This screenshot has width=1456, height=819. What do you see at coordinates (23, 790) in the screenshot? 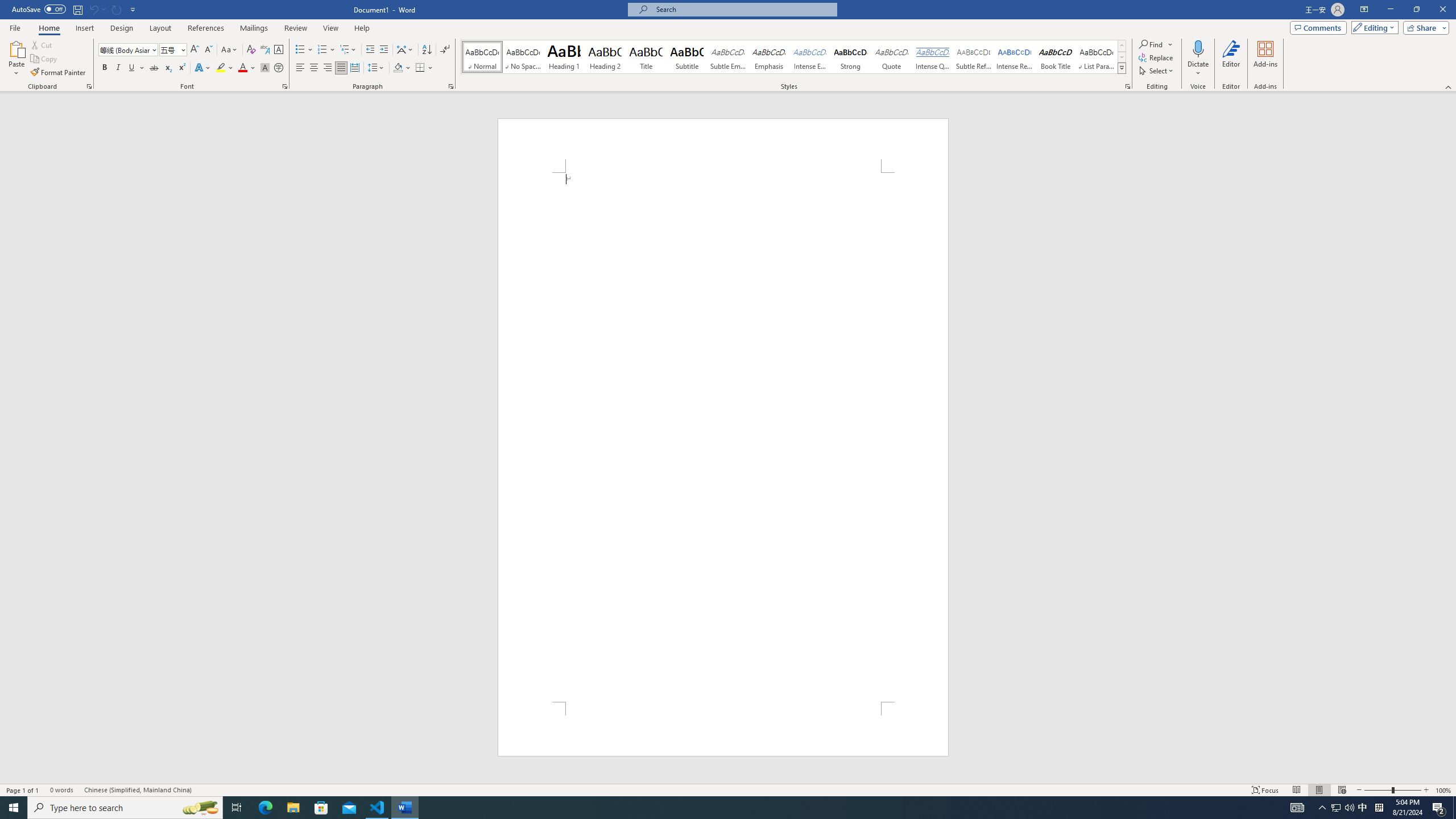
I see `'Page Number Page 1 of 1'` at bounding box center [23, 790].